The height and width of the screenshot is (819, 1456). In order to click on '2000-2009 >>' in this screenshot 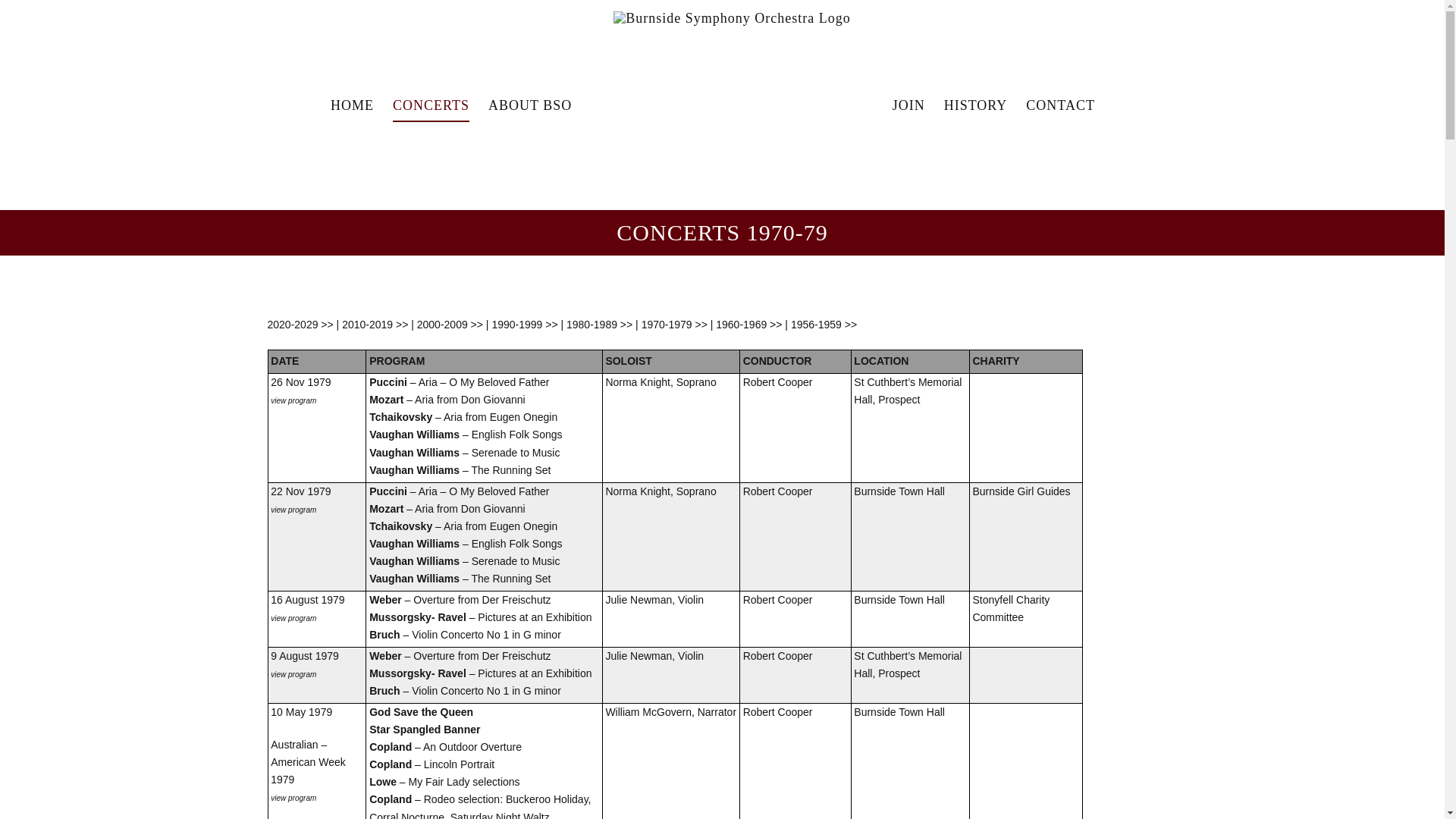, I will do `click(449, 324)`.